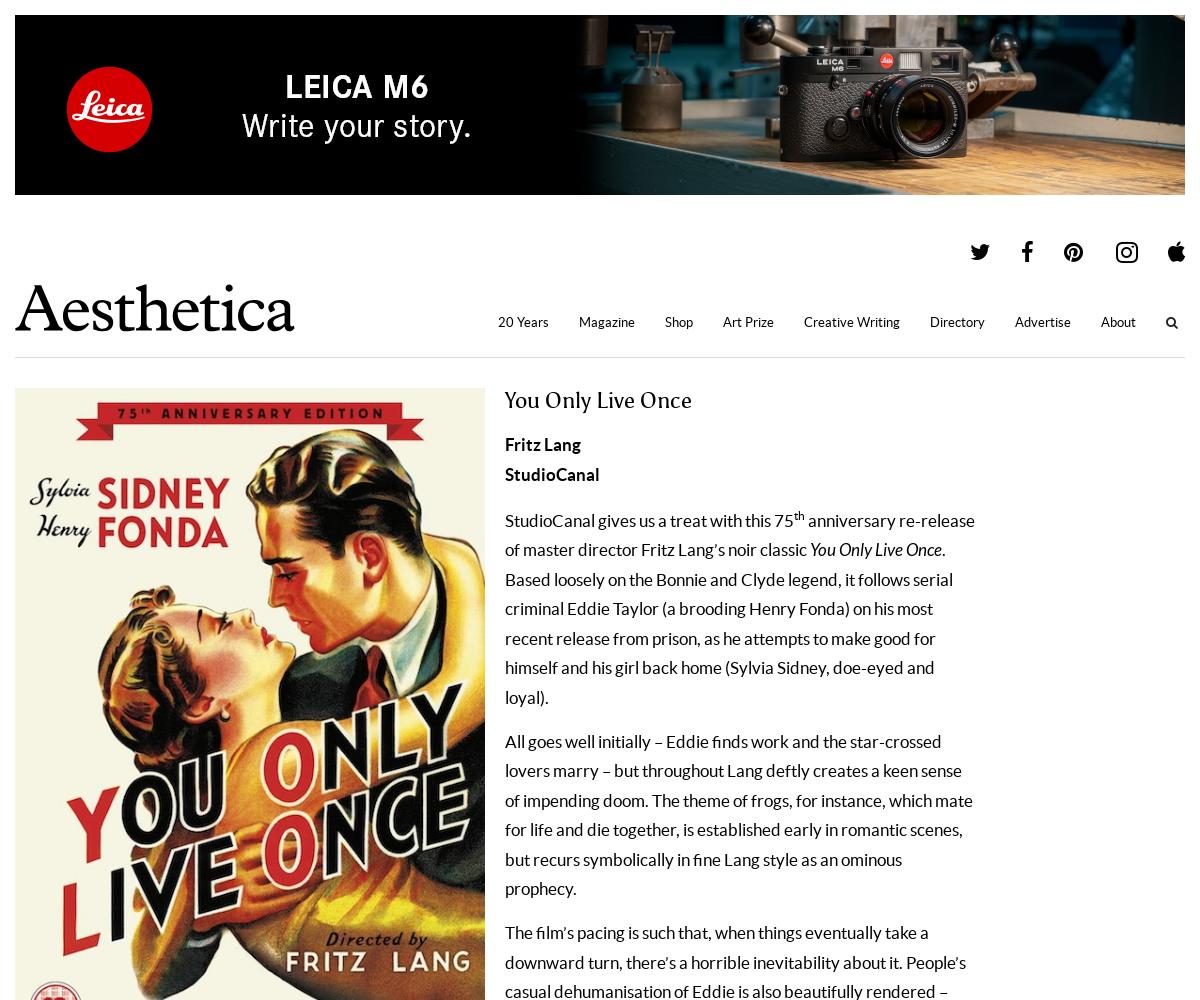 The image size is (1200, 1000). I want to click on 'Art Prize', so click(723, 321).